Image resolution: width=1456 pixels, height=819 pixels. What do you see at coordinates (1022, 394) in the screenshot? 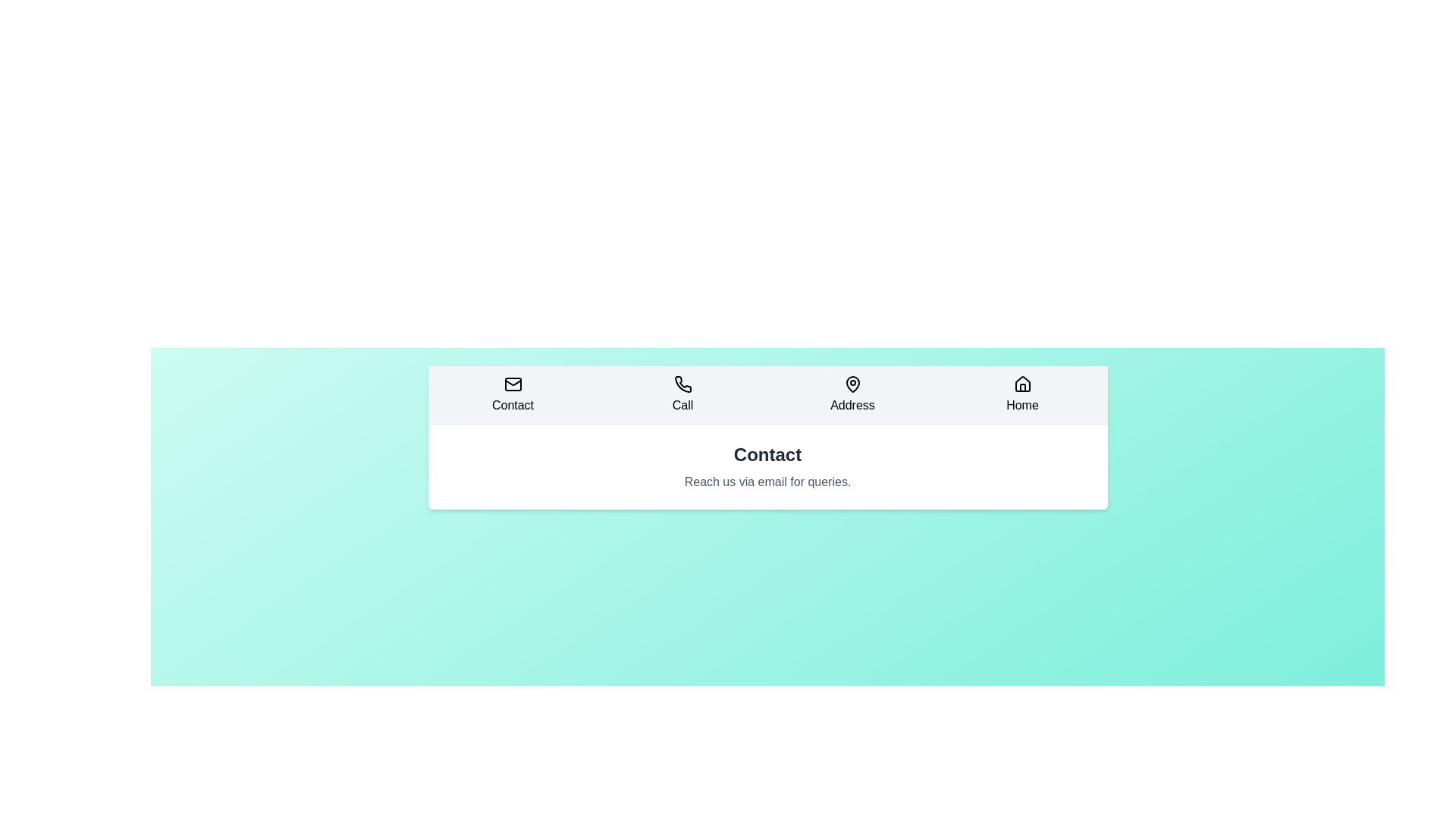
I see `the tab labeled Home` at bounding box center [1022, 394].